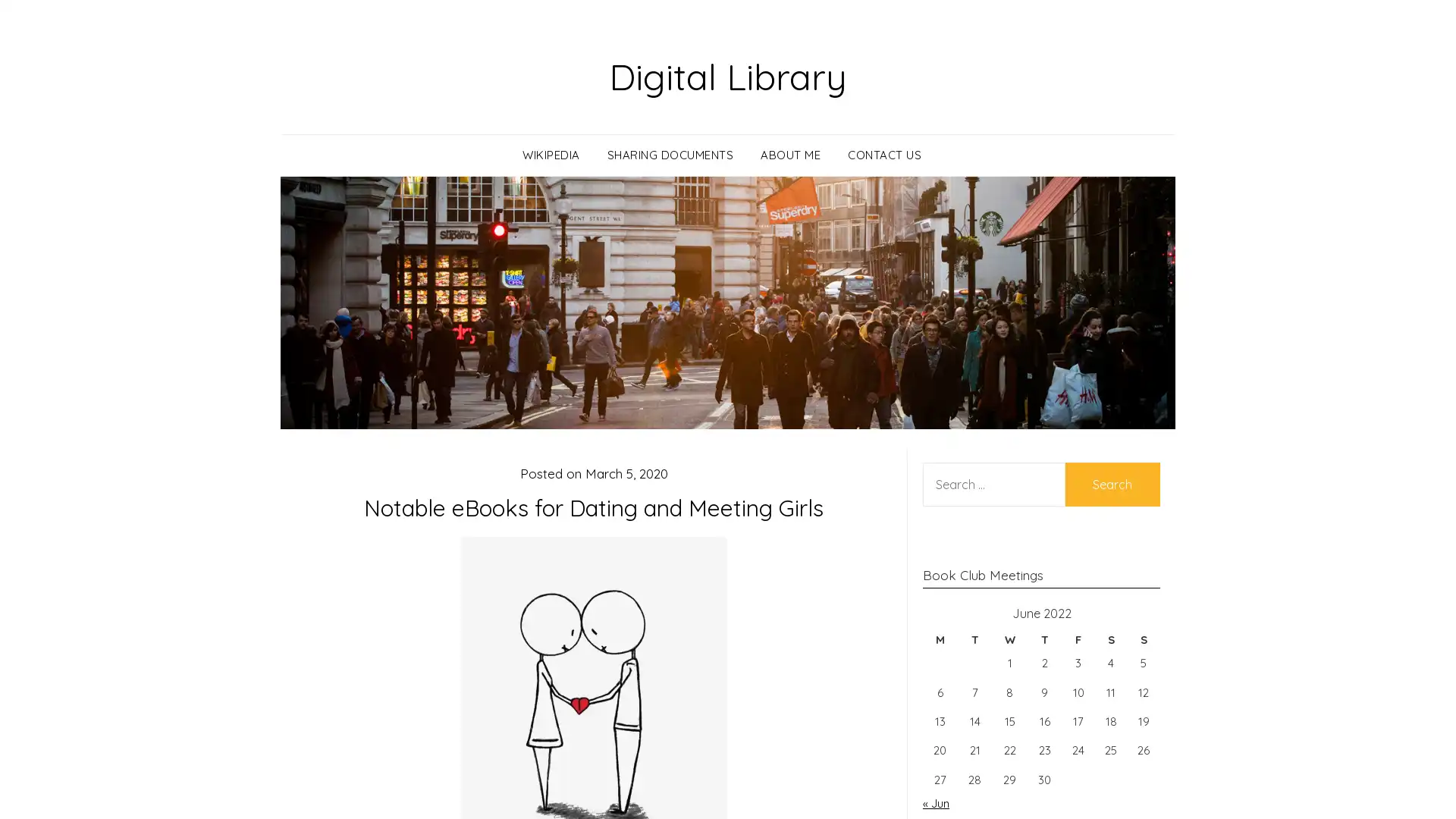 This screenshot has width=1456, height=819. Describe the element at coordinates (1112, 483) in the screenshot. I see `Search` at that location.